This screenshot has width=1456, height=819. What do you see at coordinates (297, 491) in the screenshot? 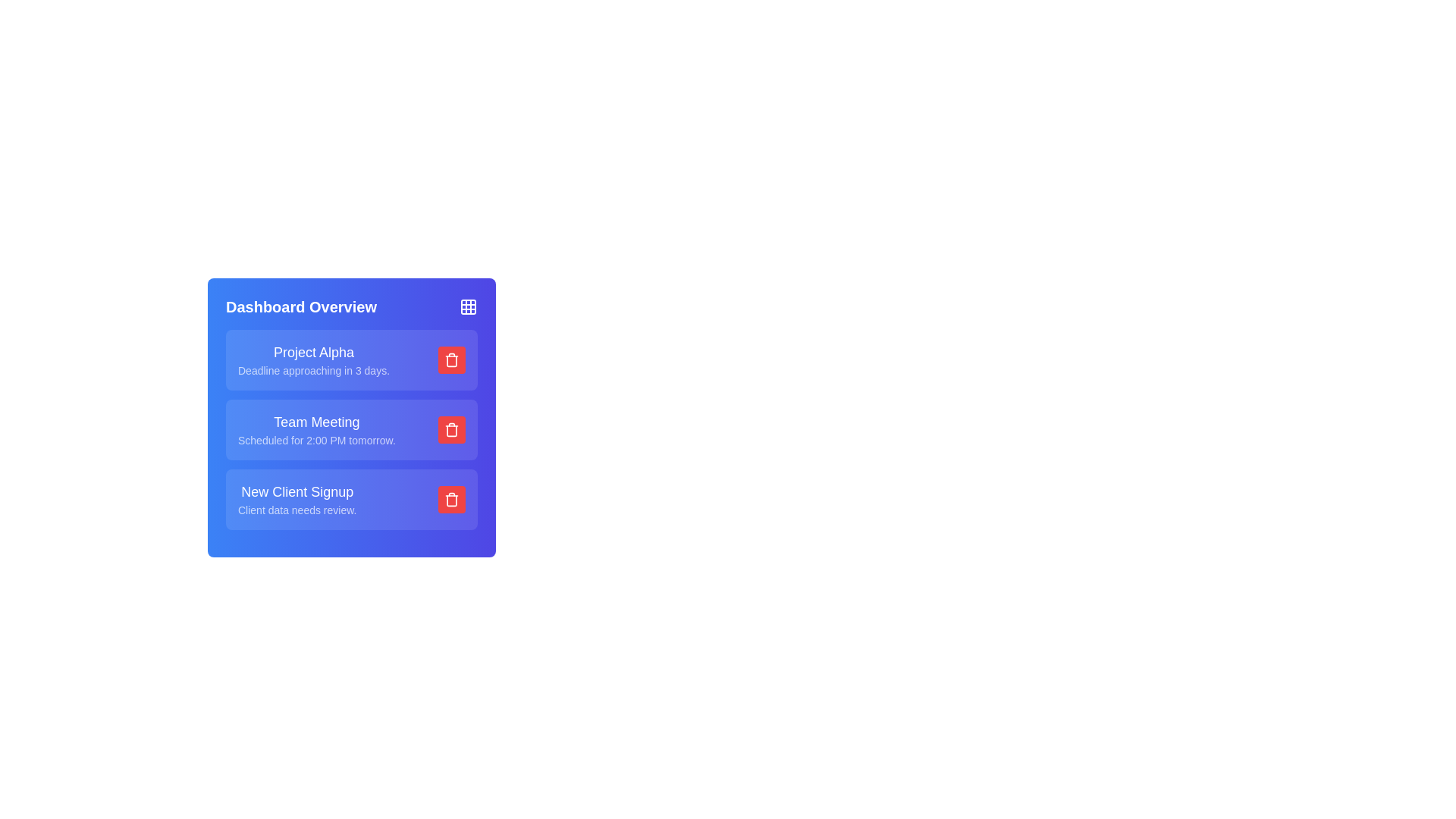
I see `the label that serves as the title or header of an item in the list, located above the description text 'Client data needs review.' in the third card under 'Dashboard Overview.'` at bounding box center [297, 491].